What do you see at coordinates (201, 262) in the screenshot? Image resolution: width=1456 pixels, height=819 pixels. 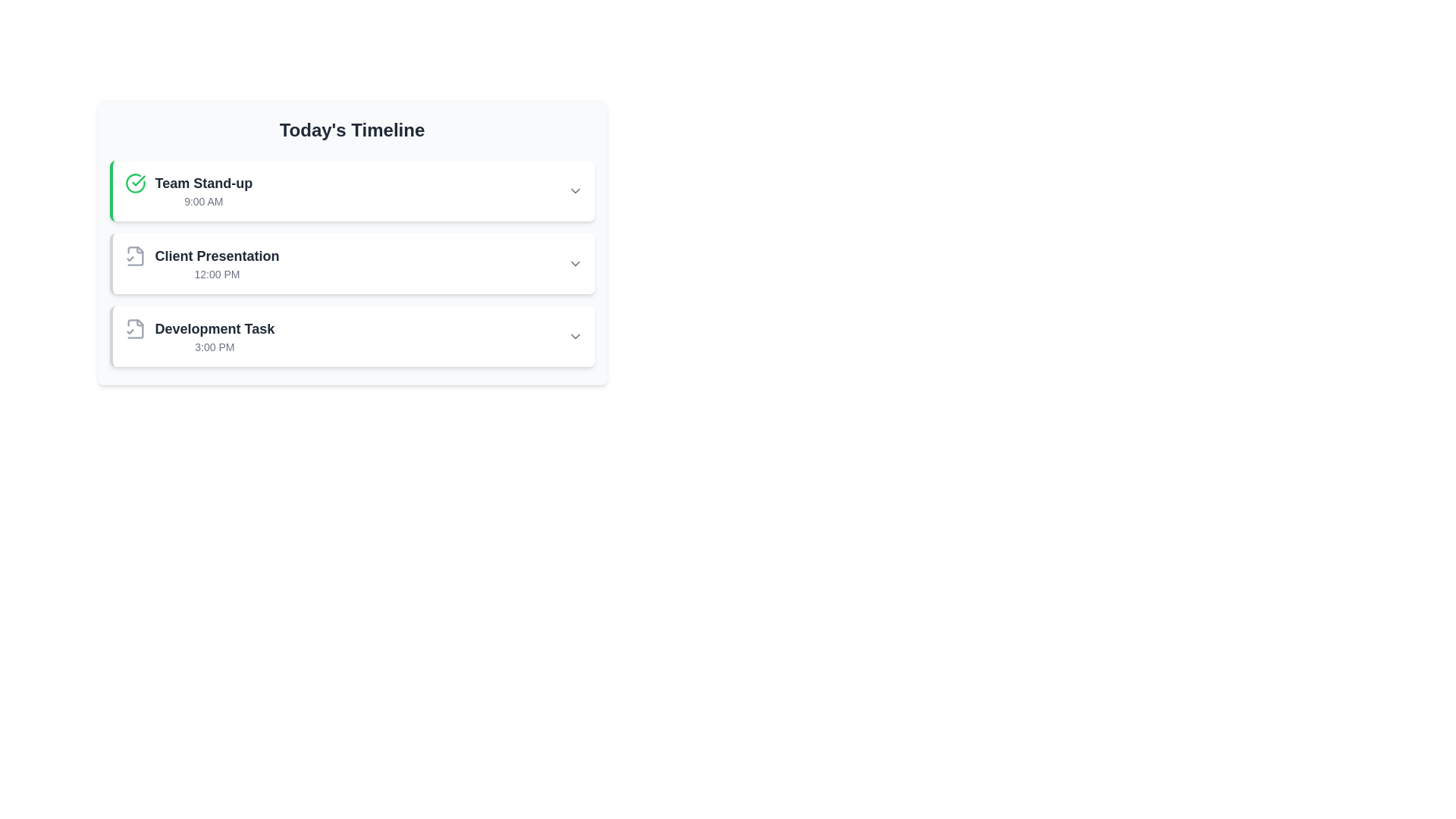 I see `the 'Client Presentation' list item in the 'Today's Timeline' section` at bounding box center [201, 262].